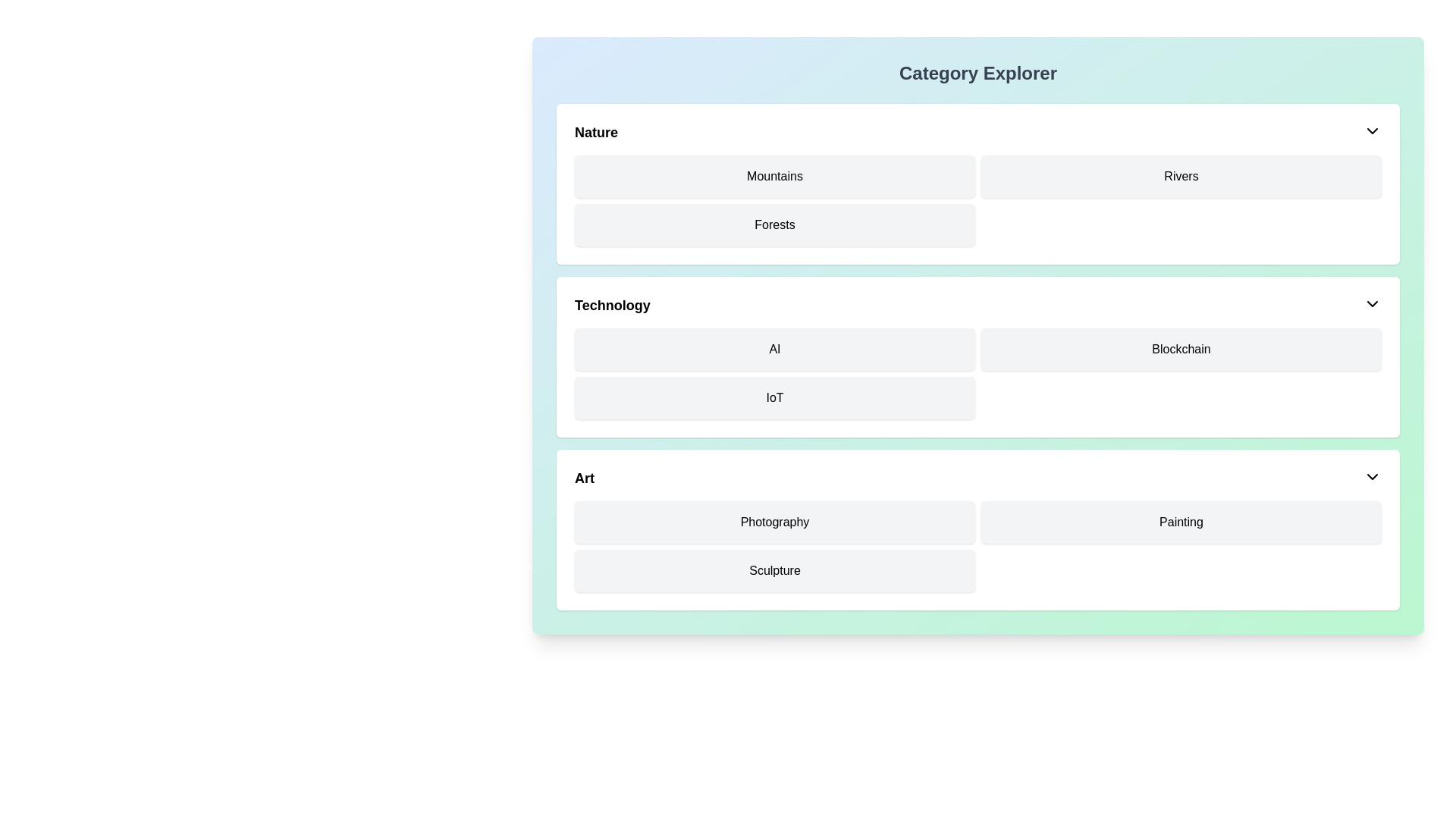 This screenshot has width=1456, height=819. I want to click on the 'Photography' category selection block located in the first column and first row of the grid under the 'Art' section, so click(775, 522).